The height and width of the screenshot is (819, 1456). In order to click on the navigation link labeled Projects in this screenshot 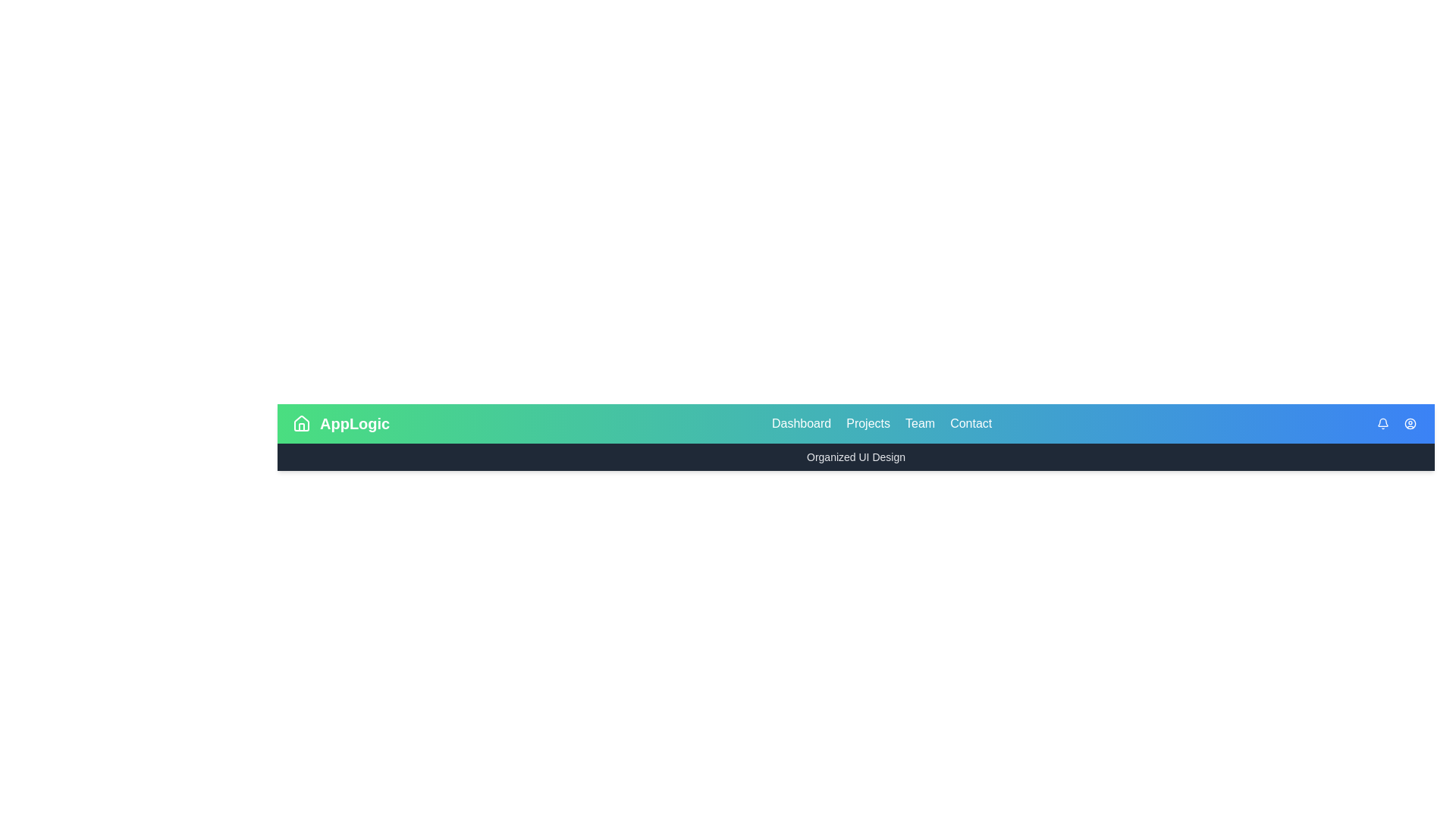, I will do `click(868, 424)`.